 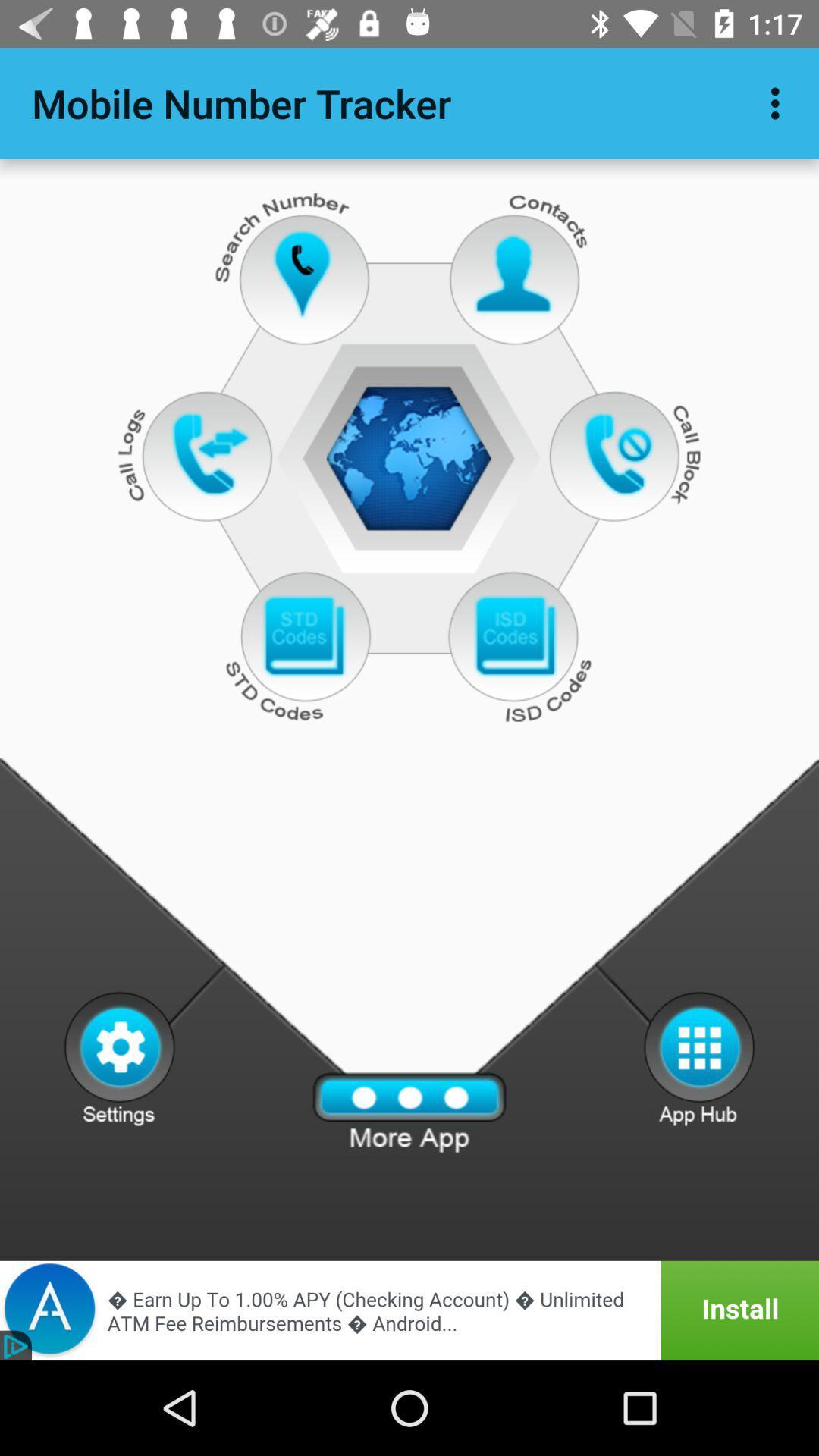 I want to click on search number, so click(x=303, y=275).